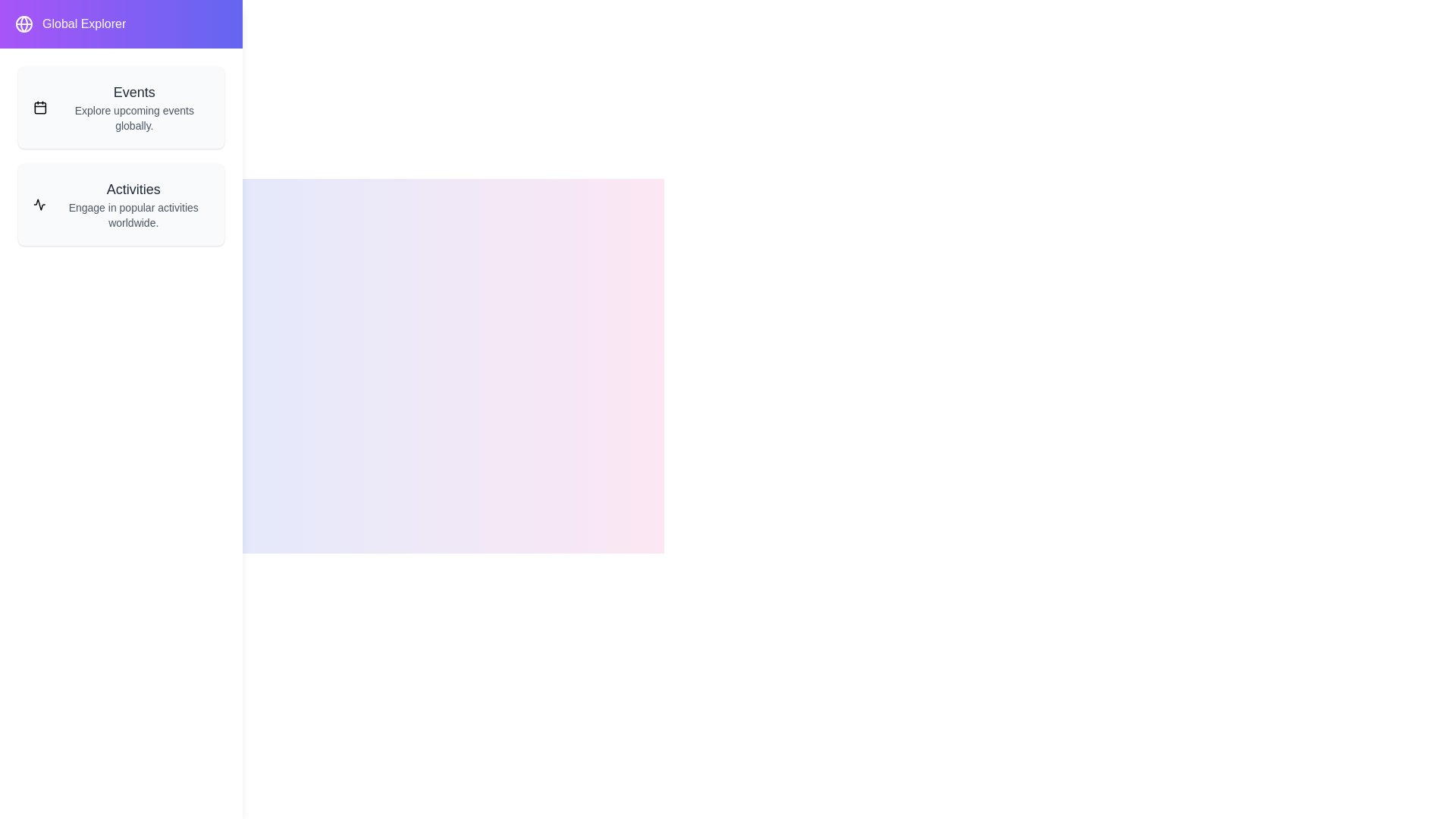 The width and height of the screenshot is (1456, 819). I want to click on the 'Activities' item in the drawer, so click(120, 205).